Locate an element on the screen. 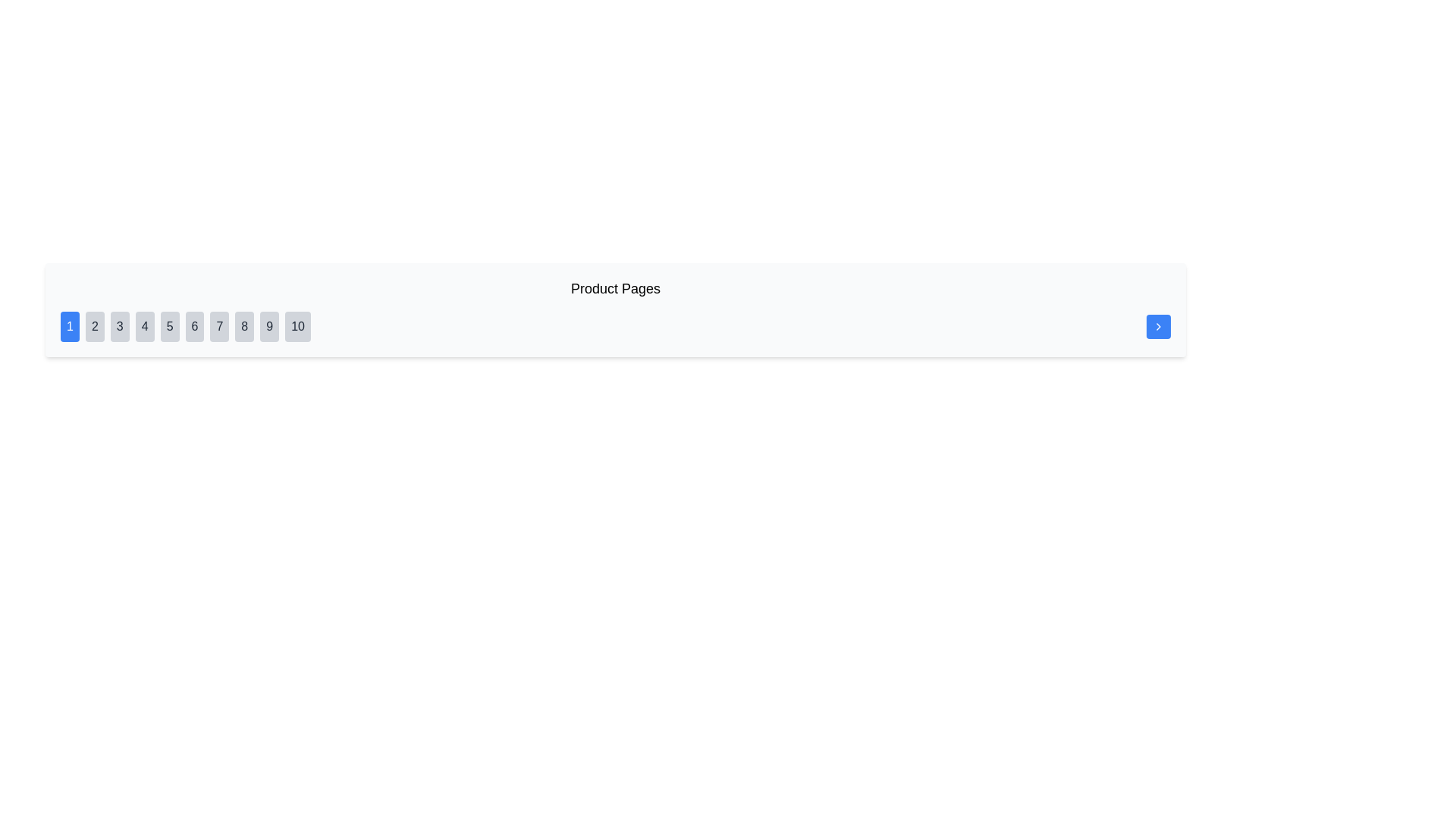 Image resolution: width=1456 pixels, height=819 pixels. the rounded rectangular button labeled '10' with a gray background and dark gray text is located at coordinates (298, 326).